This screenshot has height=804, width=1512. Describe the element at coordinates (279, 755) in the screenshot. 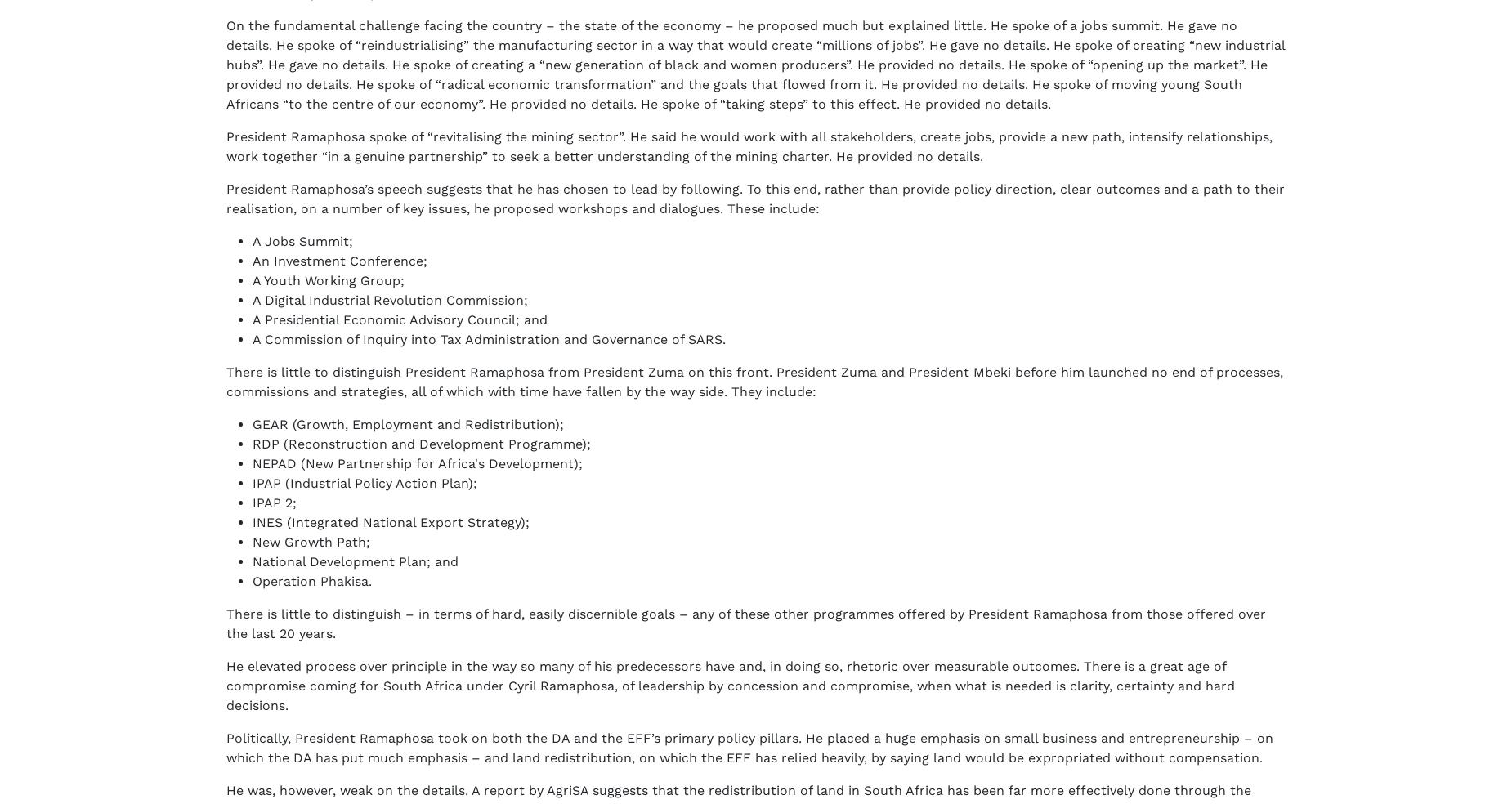

I see `'Terms & Conditions'` at that location.